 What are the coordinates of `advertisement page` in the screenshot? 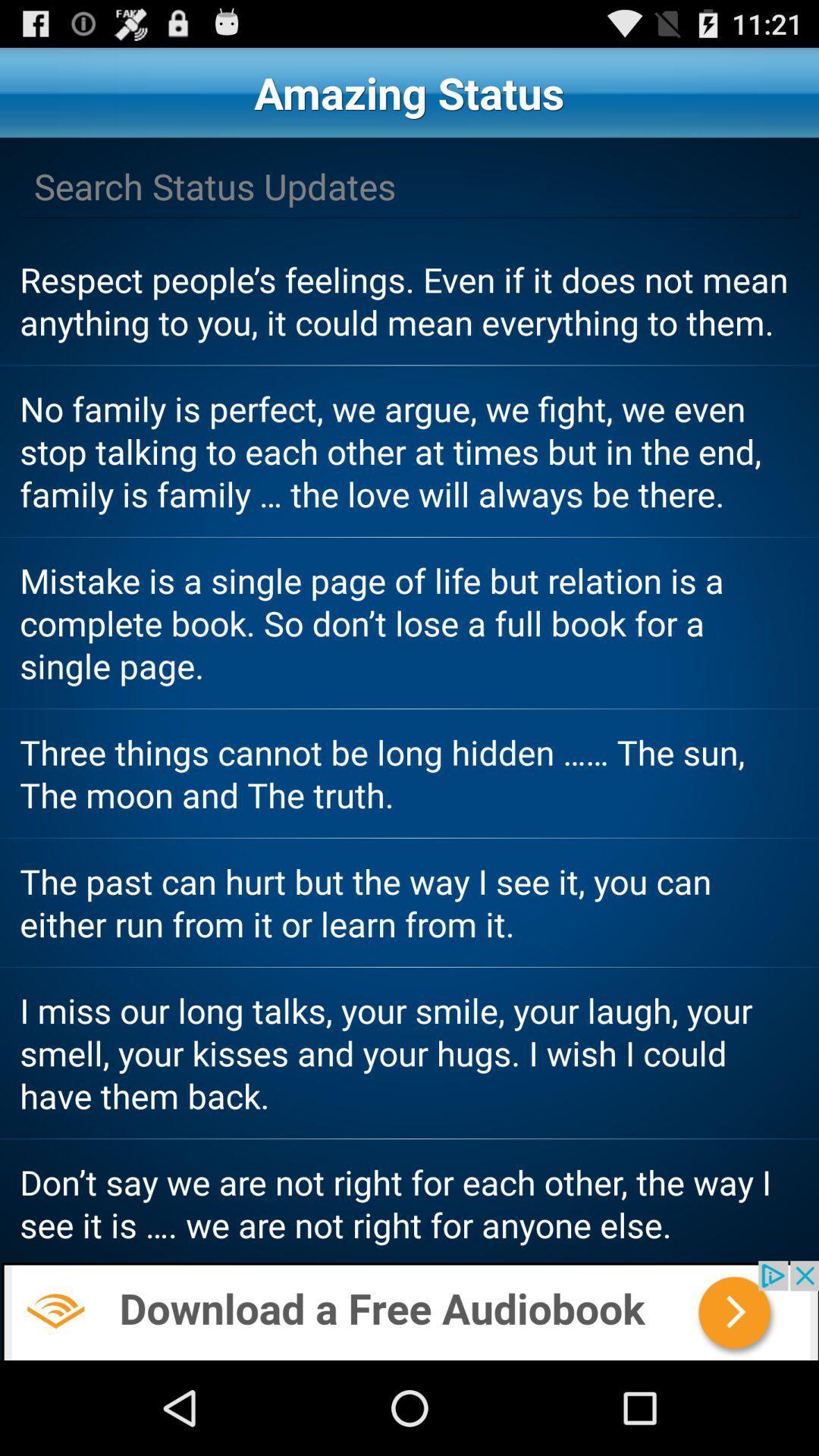 It's located at (409, 1310).